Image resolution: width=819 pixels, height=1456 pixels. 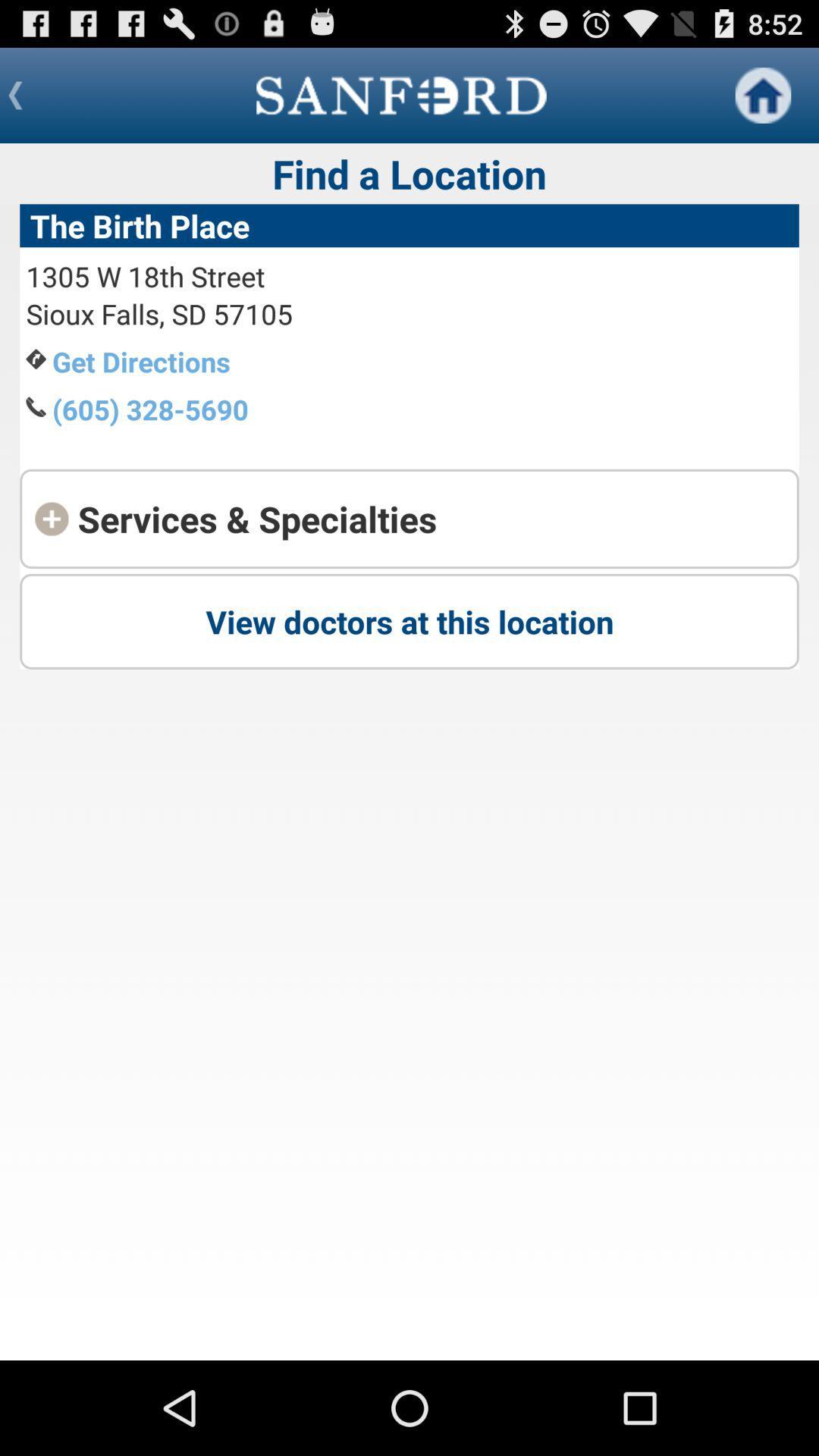 I want to click on item below the sioux falls sd app, so click(x=141, y=360).